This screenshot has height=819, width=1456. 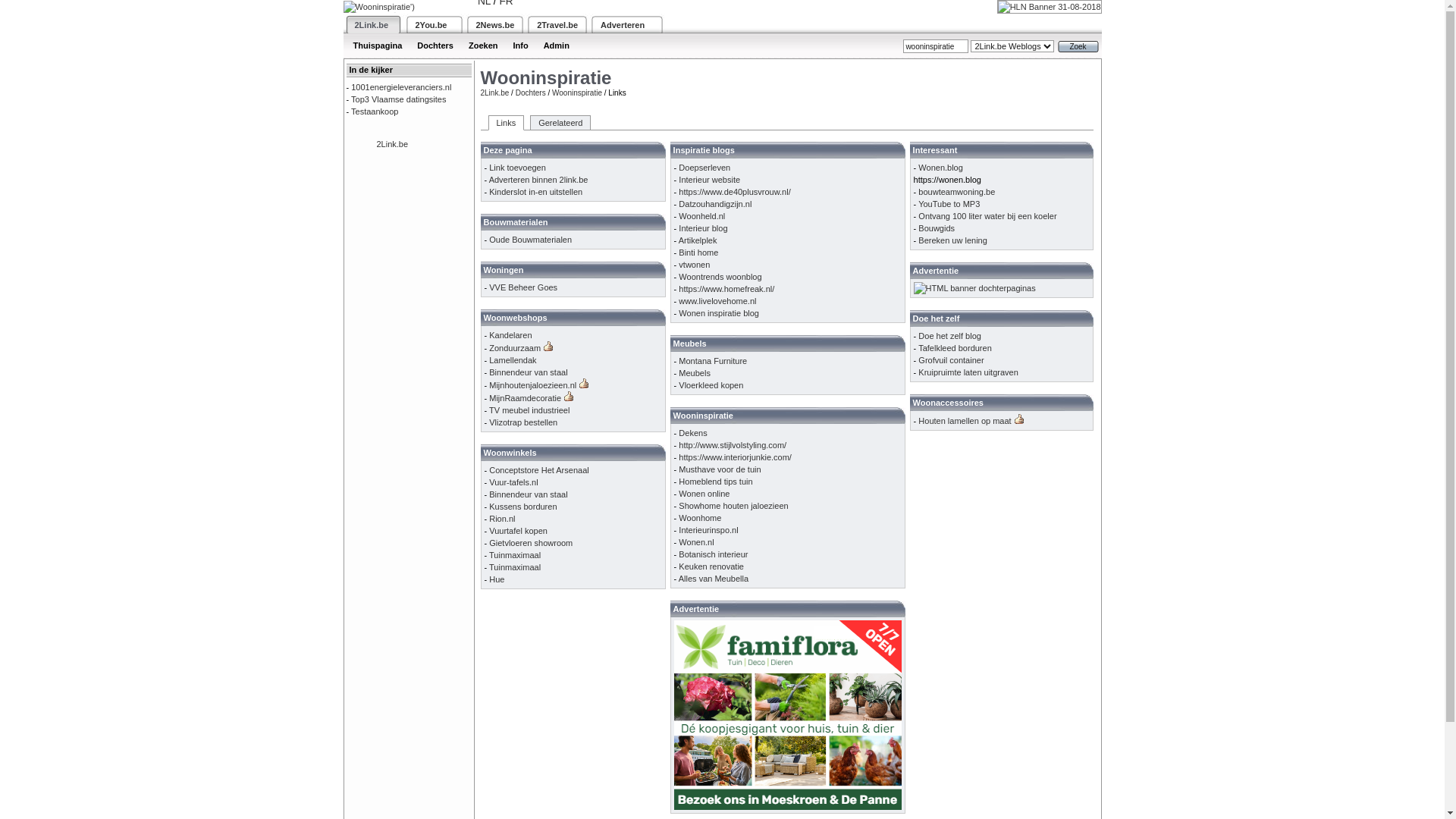 What do you see at coordinates (692, 432) in the screenshot?
I see `'Dekens'` at bounding box center [692, 432].